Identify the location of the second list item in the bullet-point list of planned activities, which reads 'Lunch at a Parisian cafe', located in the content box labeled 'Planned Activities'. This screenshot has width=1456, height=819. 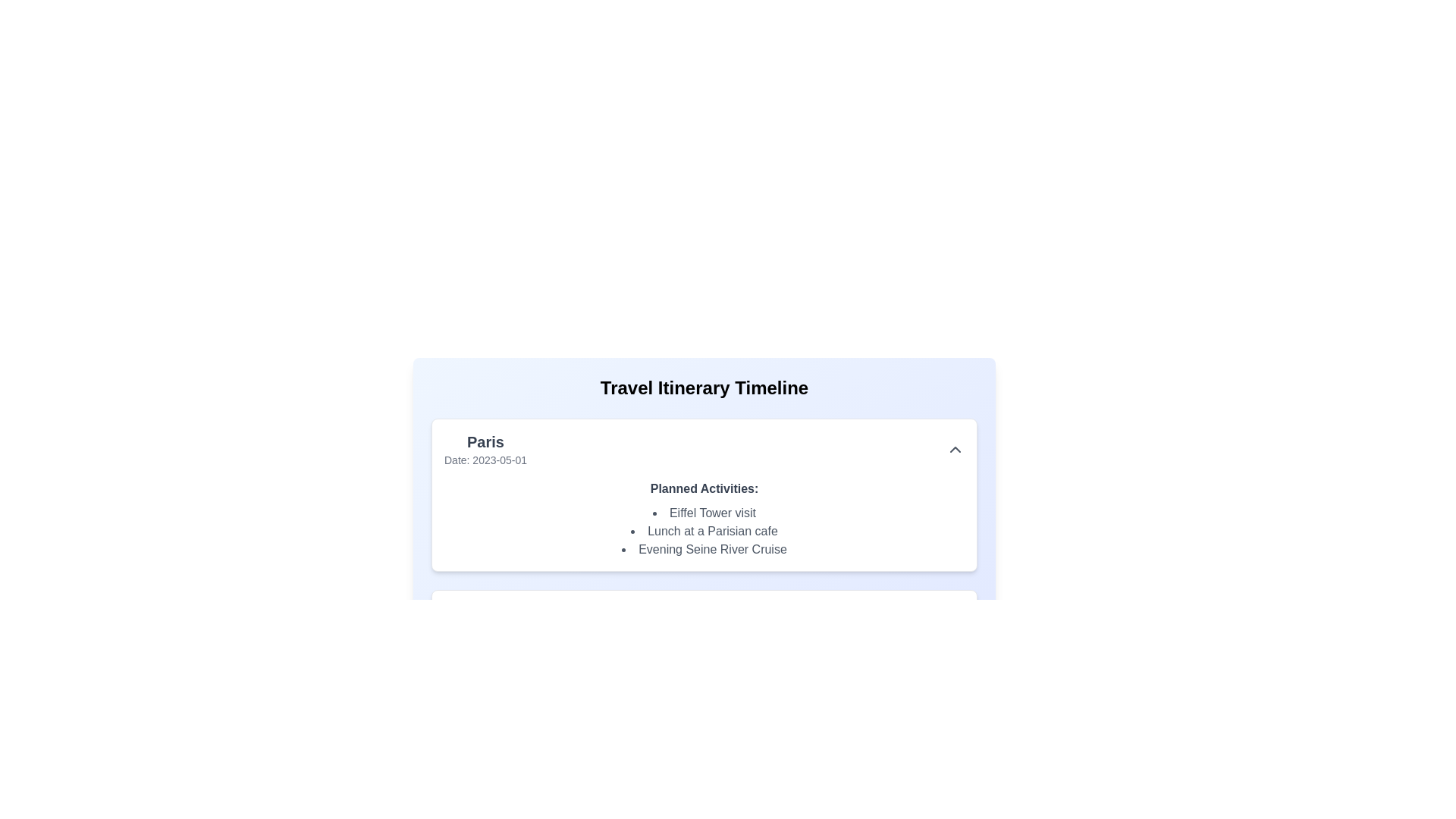
(704, 531).